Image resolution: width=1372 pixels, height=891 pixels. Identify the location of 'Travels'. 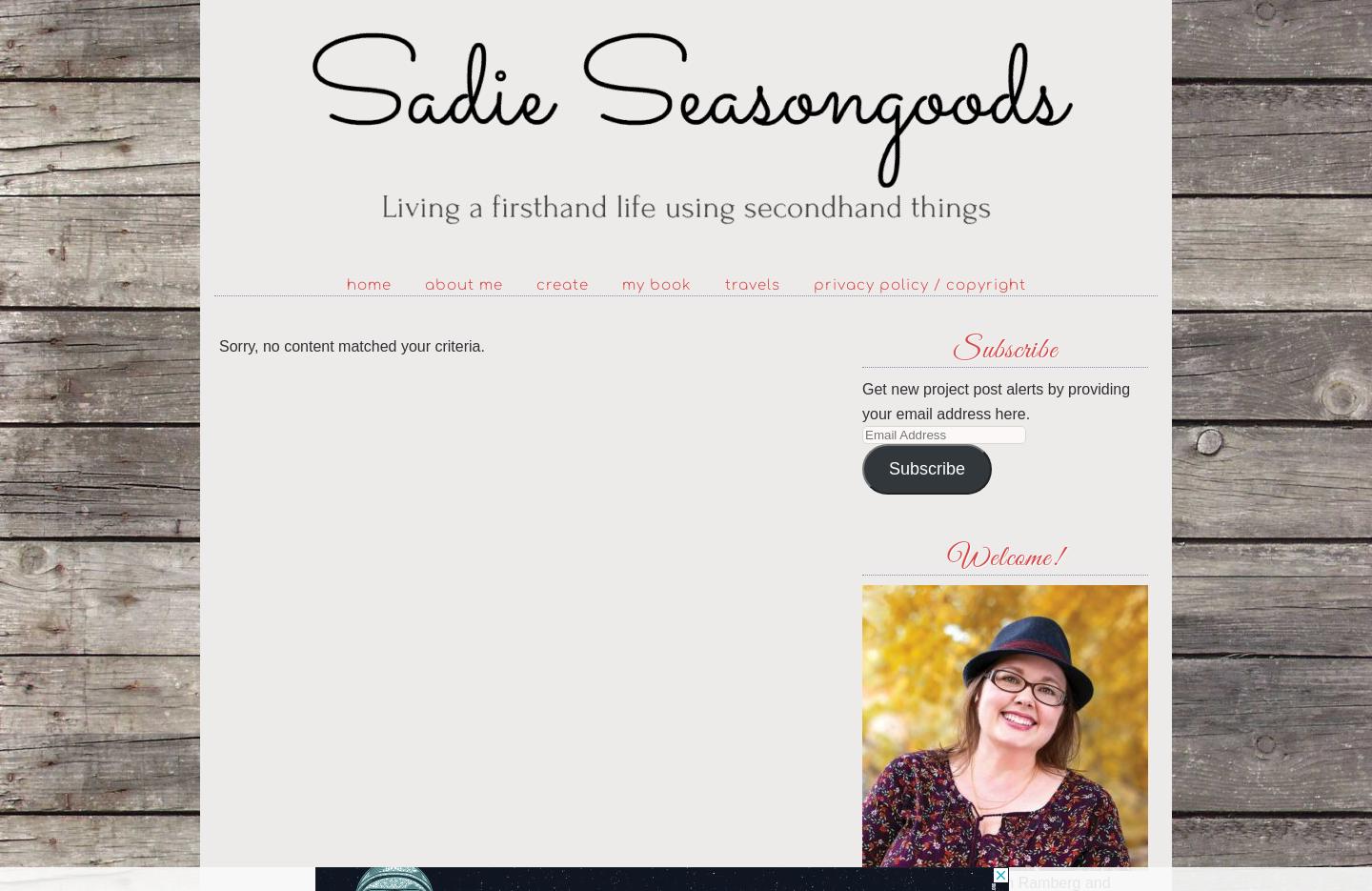
(723, 285).